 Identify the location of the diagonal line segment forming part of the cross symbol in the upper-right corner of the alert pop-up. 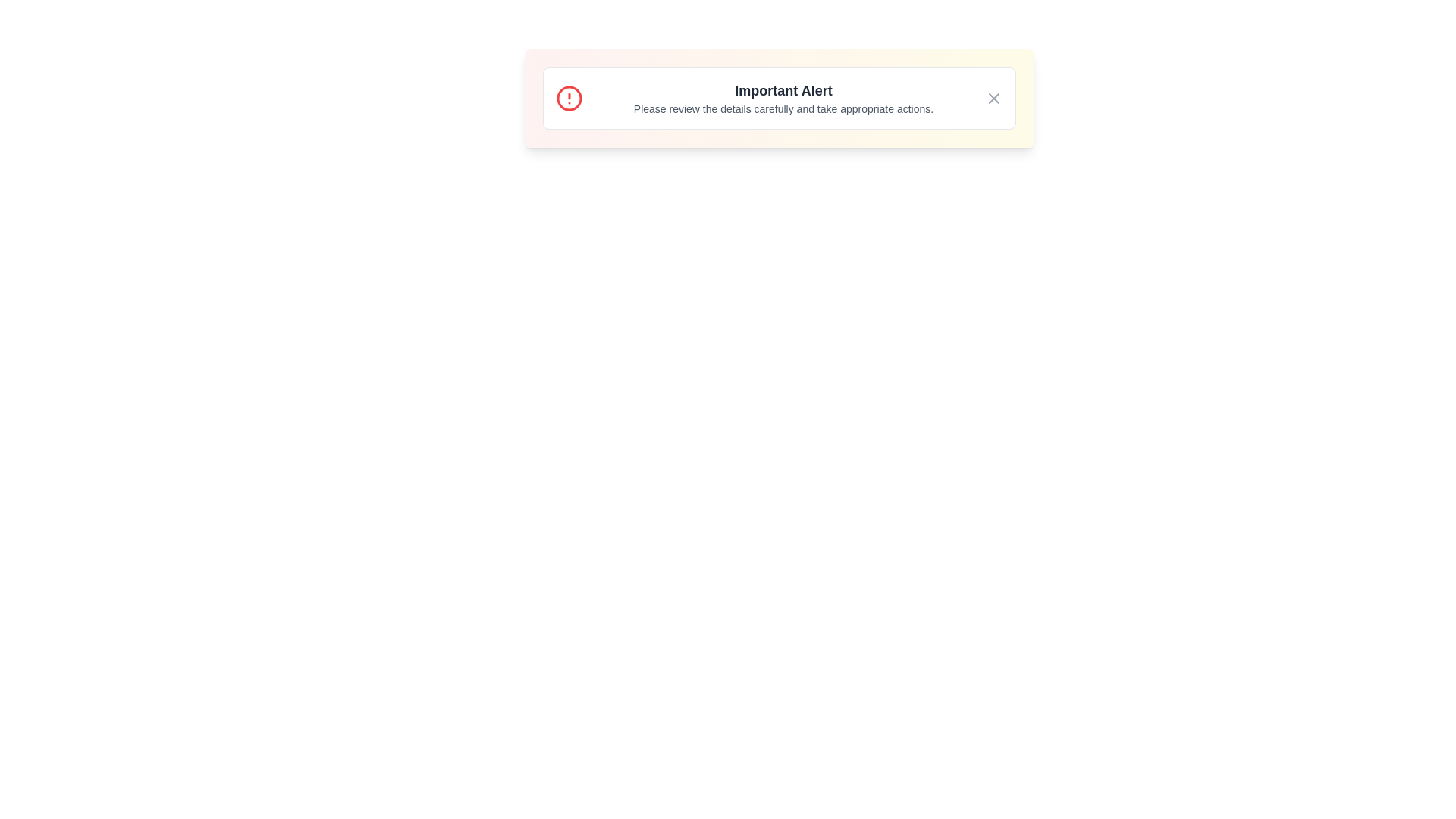
(993, 99).